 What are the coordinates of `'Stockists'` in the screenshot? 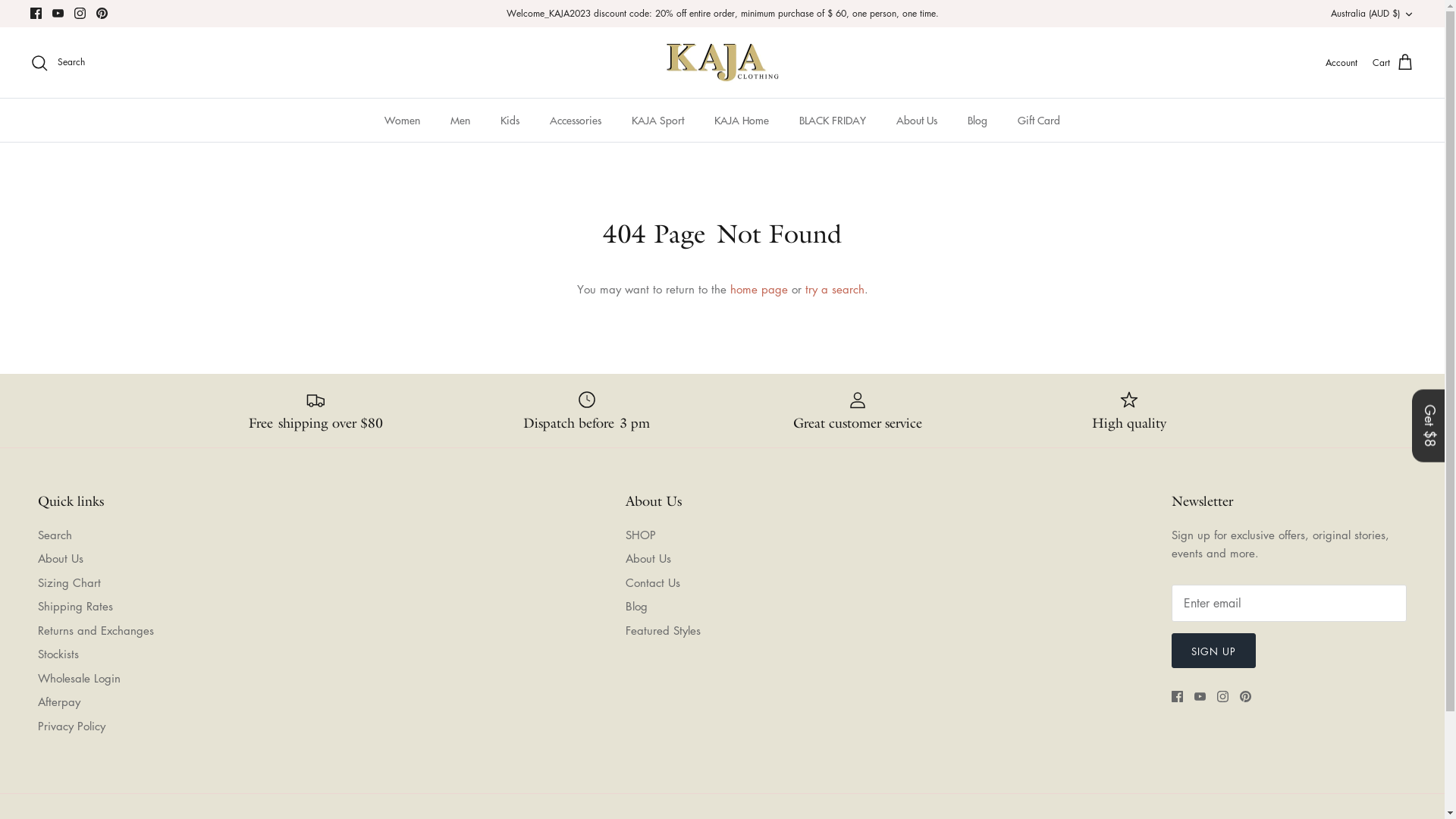 It's located at (58, 652).